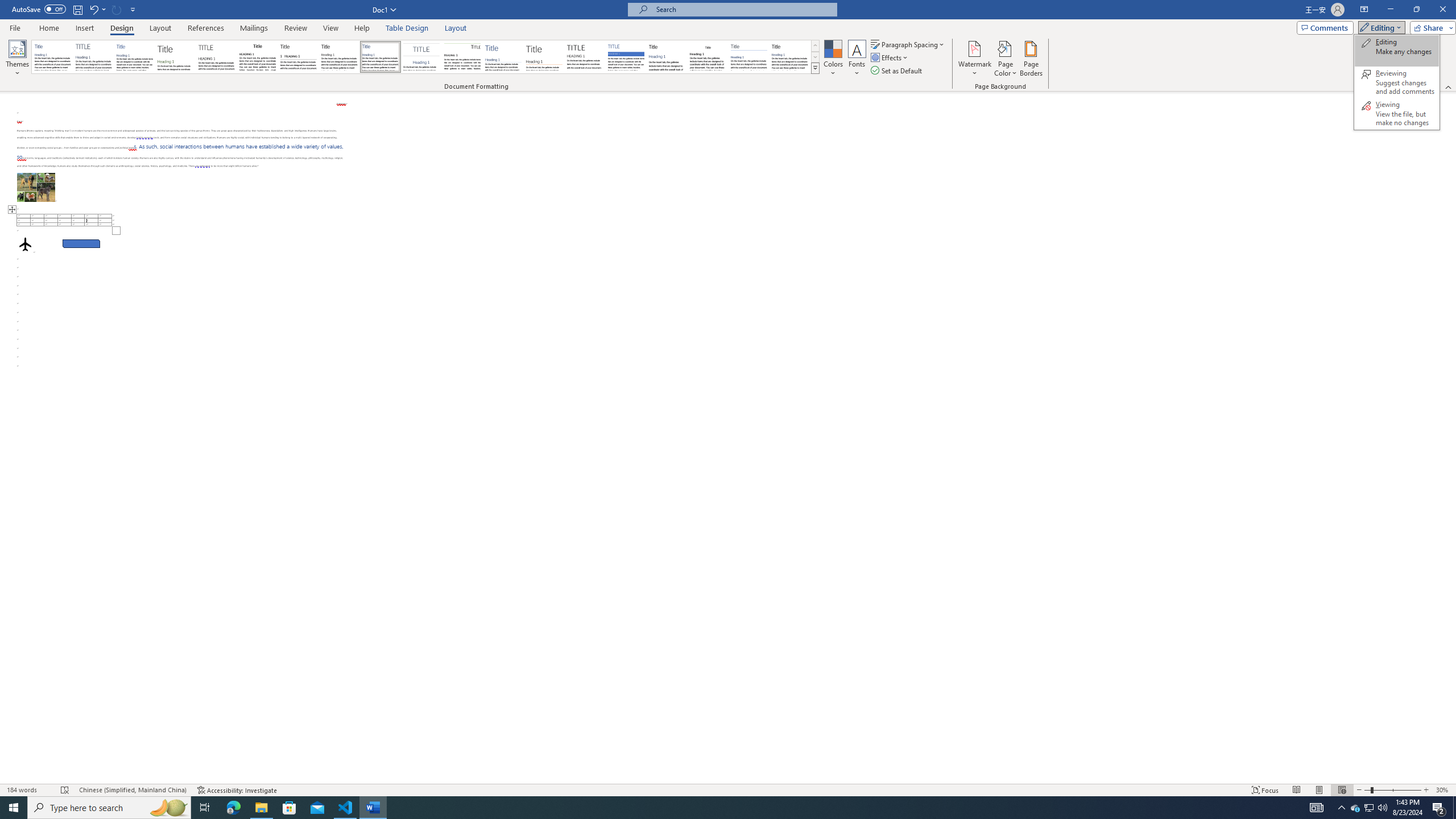 The width and height of the screenshot is (1456, 819). What do you see at coordinates (338, 56) in the screenshot?
I see `'Black & White (Word 2013)'` at bounding box center [338, 56].